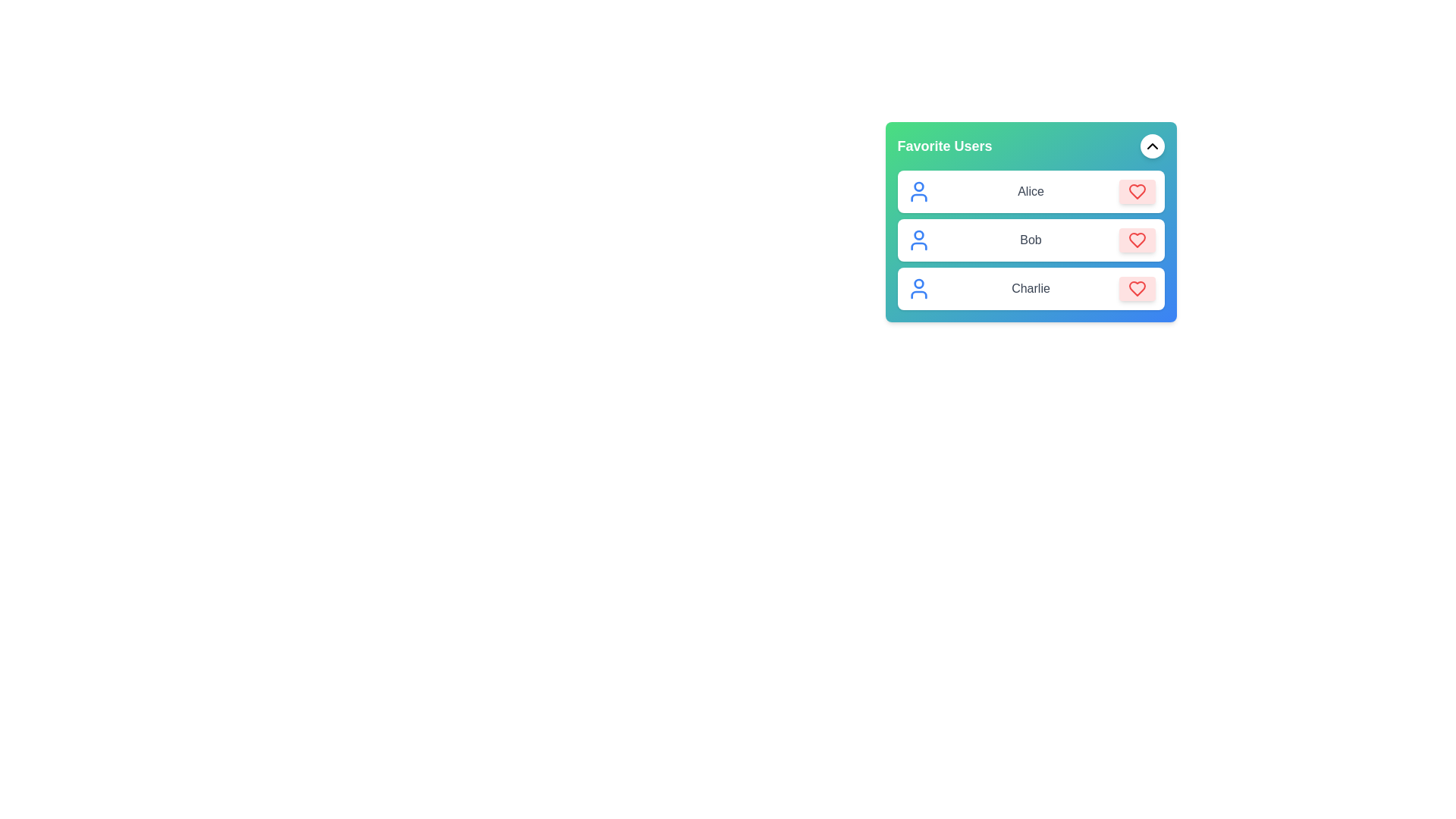  What do you see at coordinates (1137, 289) in the screenshot?
I see `the heart button next to the user Charlie` at bounding box center [1137, 289].